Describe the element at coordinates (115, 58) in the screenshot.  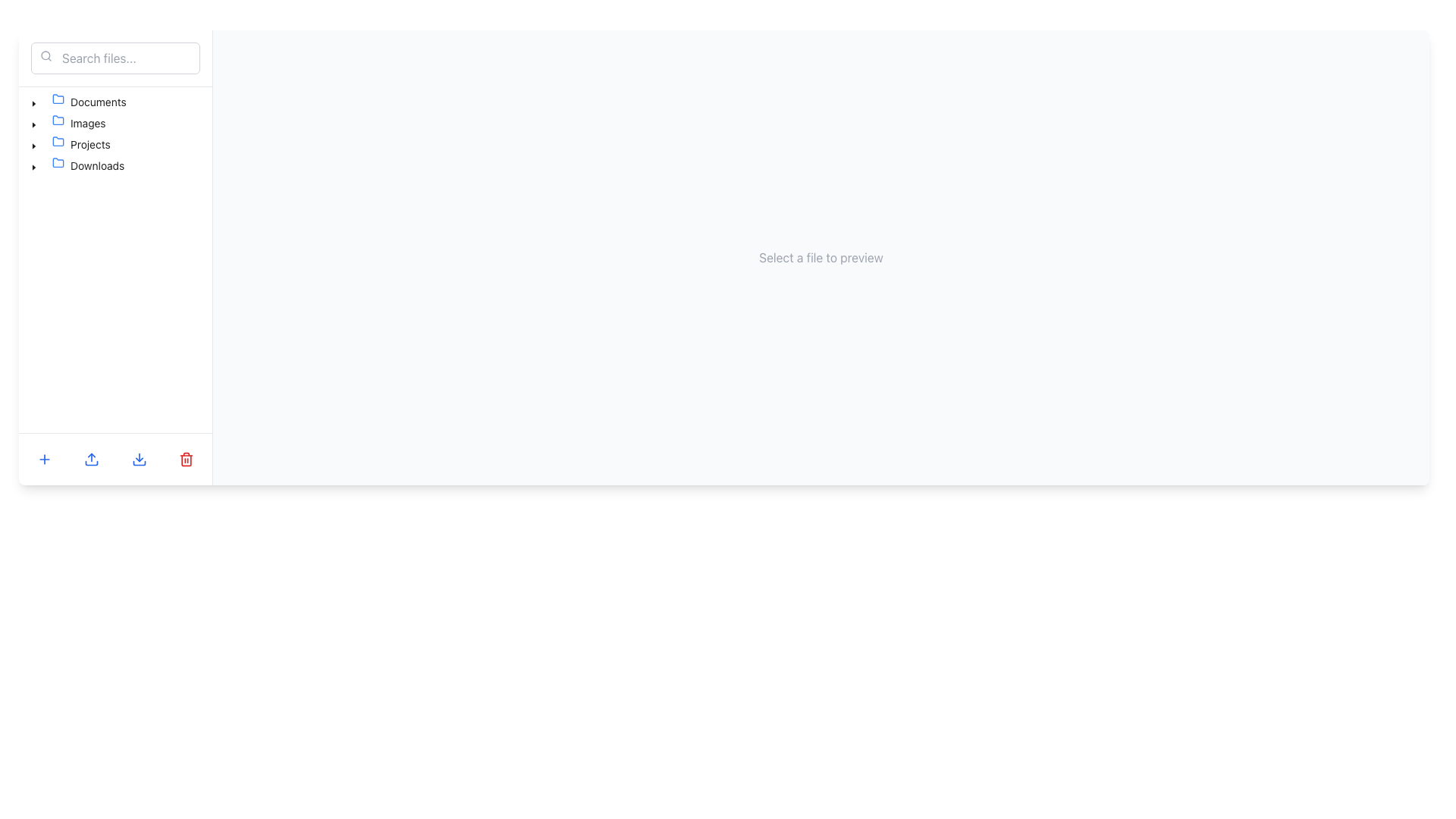
I see `the search input field located in the top left section of the interface to focus on it` at that location.